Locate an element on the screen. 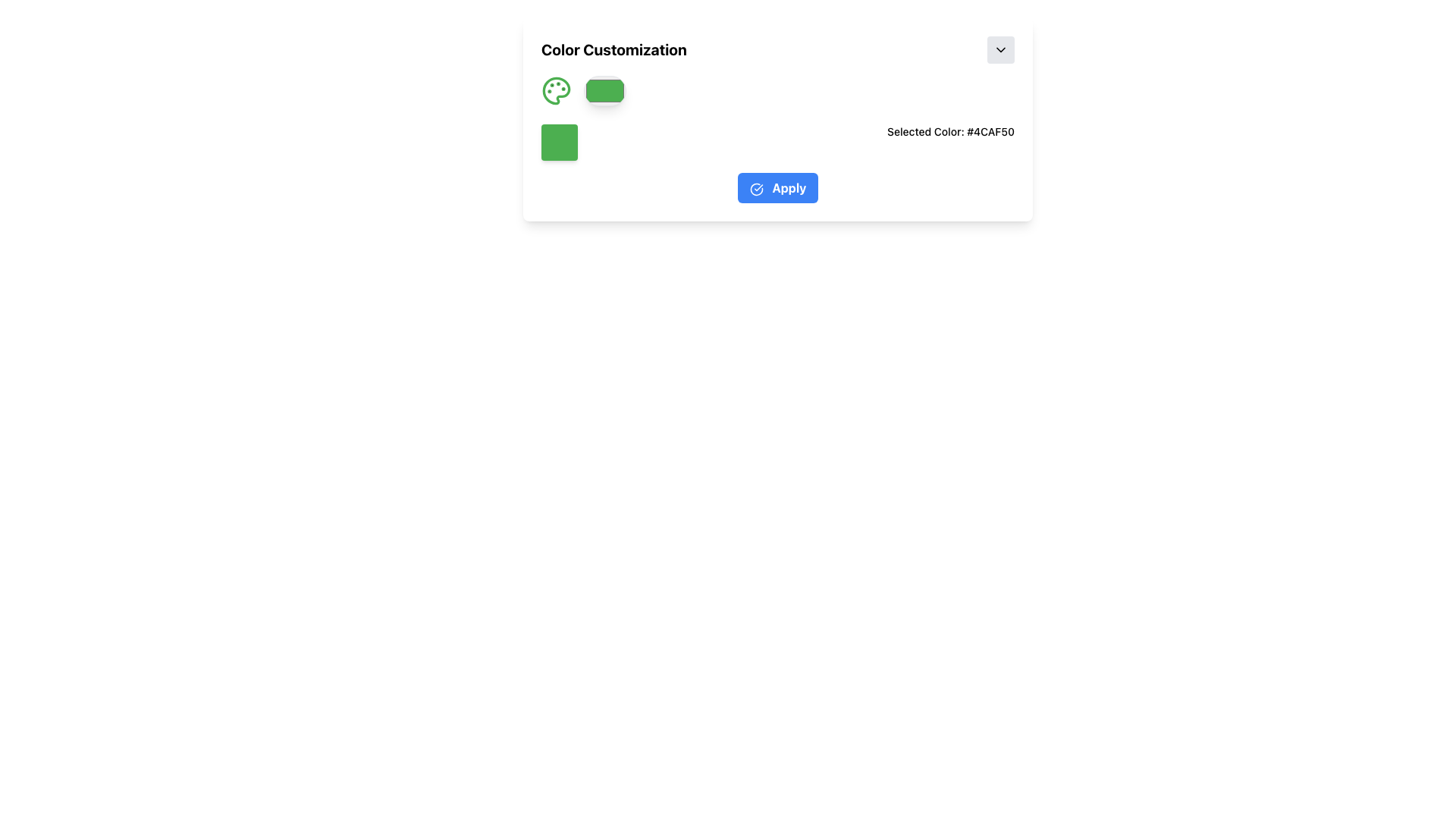  the 'Color Customization' text label, which is a large, bold, black textual label positioned at the upper left of the interface panel is located at coordinates (614, 49).